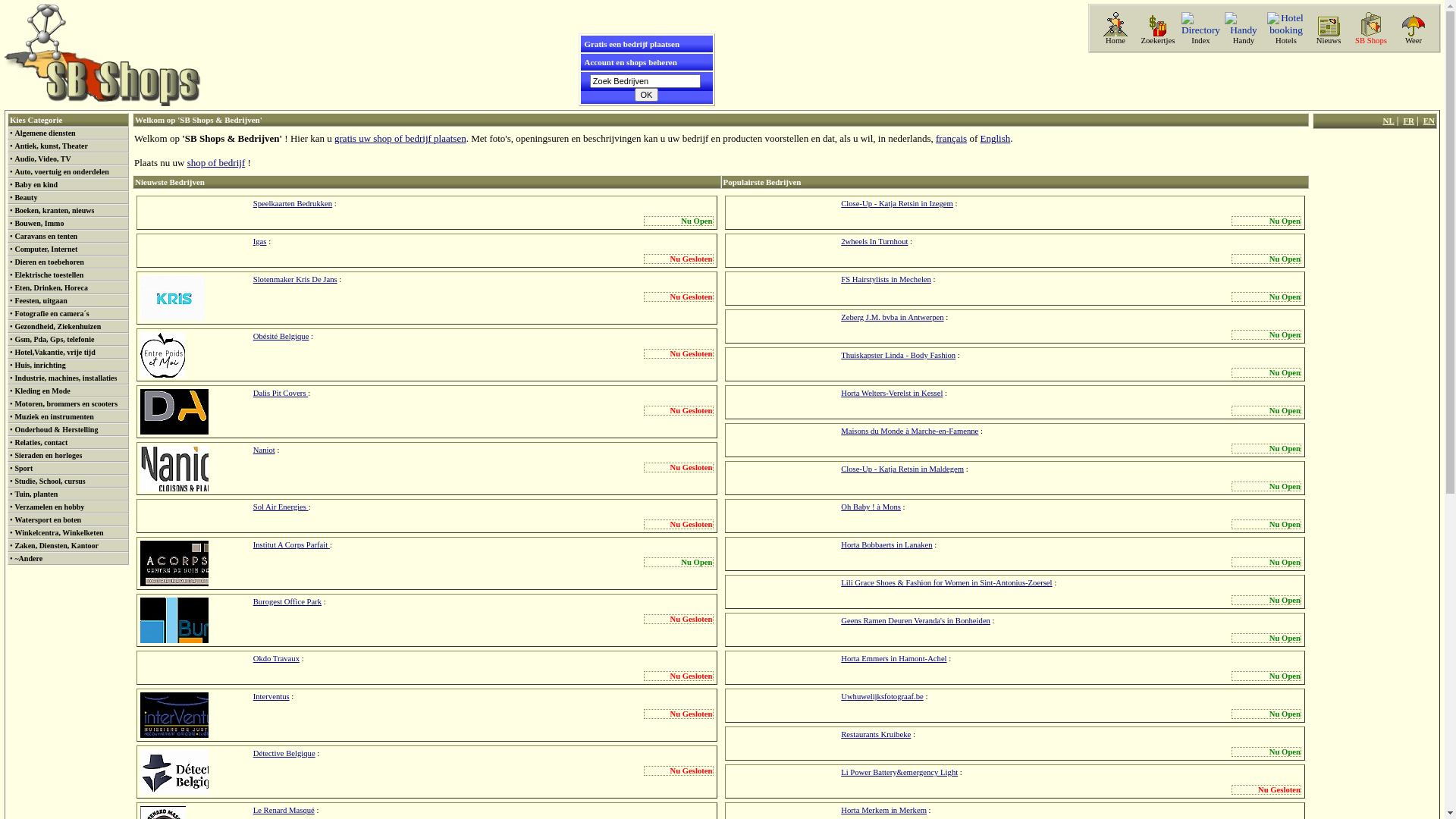 The height and width of the screenshot is (819, 1456). I want to click on 'Hotels', so click(1285, 39).